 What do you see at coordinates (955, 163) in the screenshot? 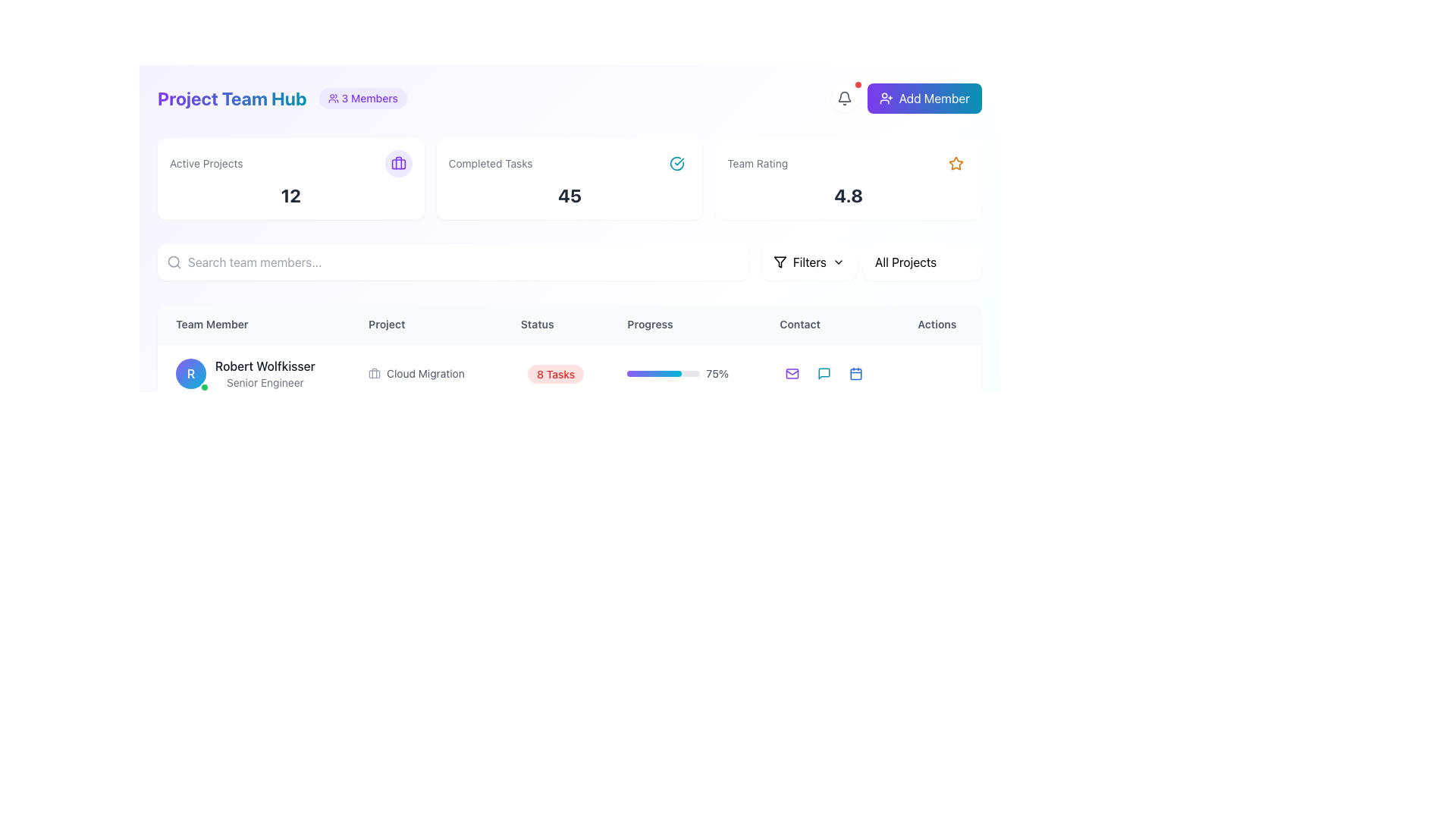
I see `the star icon representing the team rating, which is located near the top-right of the application interface, next to the rating value '4.8'` at bounding box center [955, 163].